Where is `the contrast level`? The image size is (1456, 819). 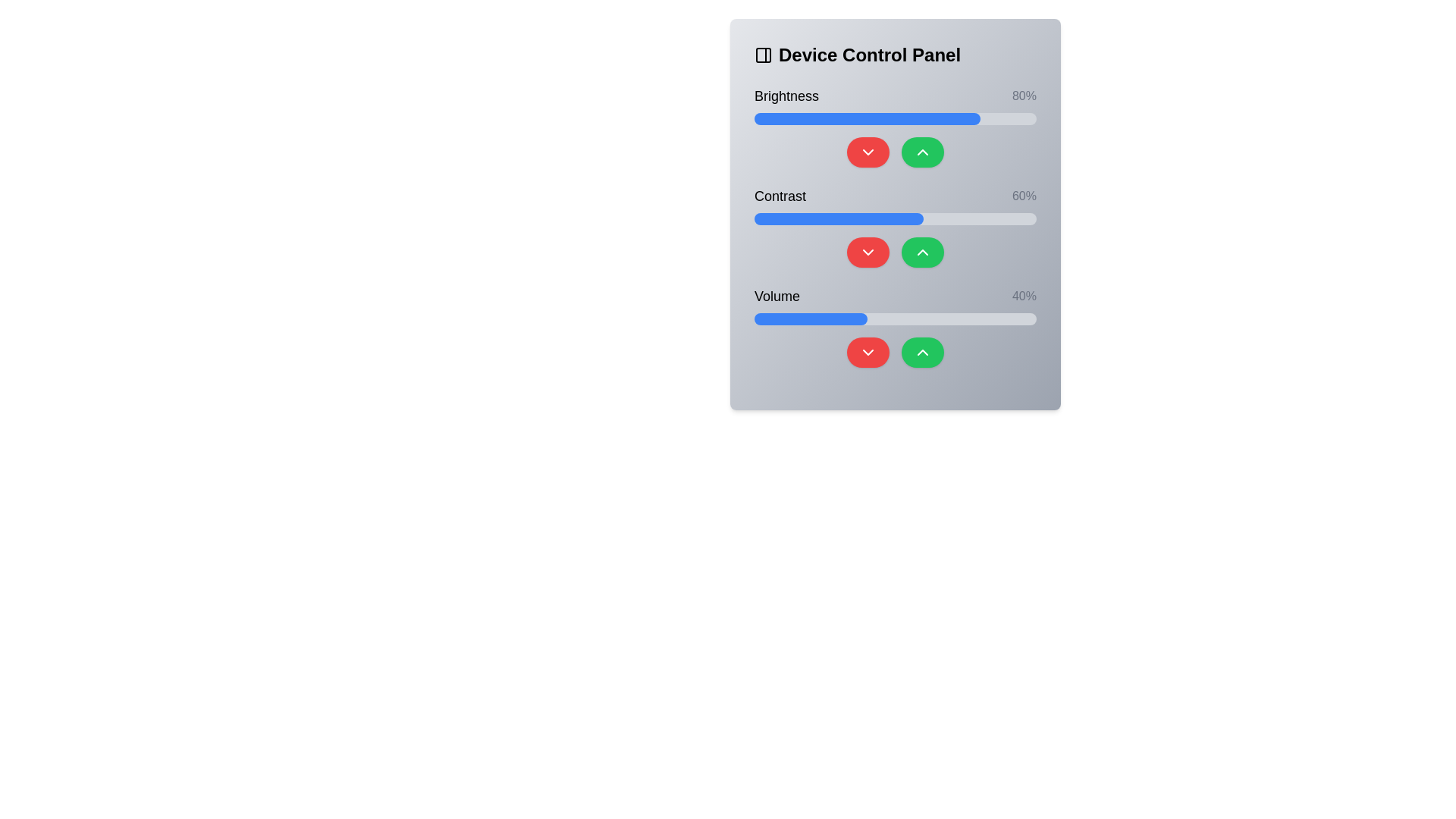
the contrast level is located at coordinates (793, 219).